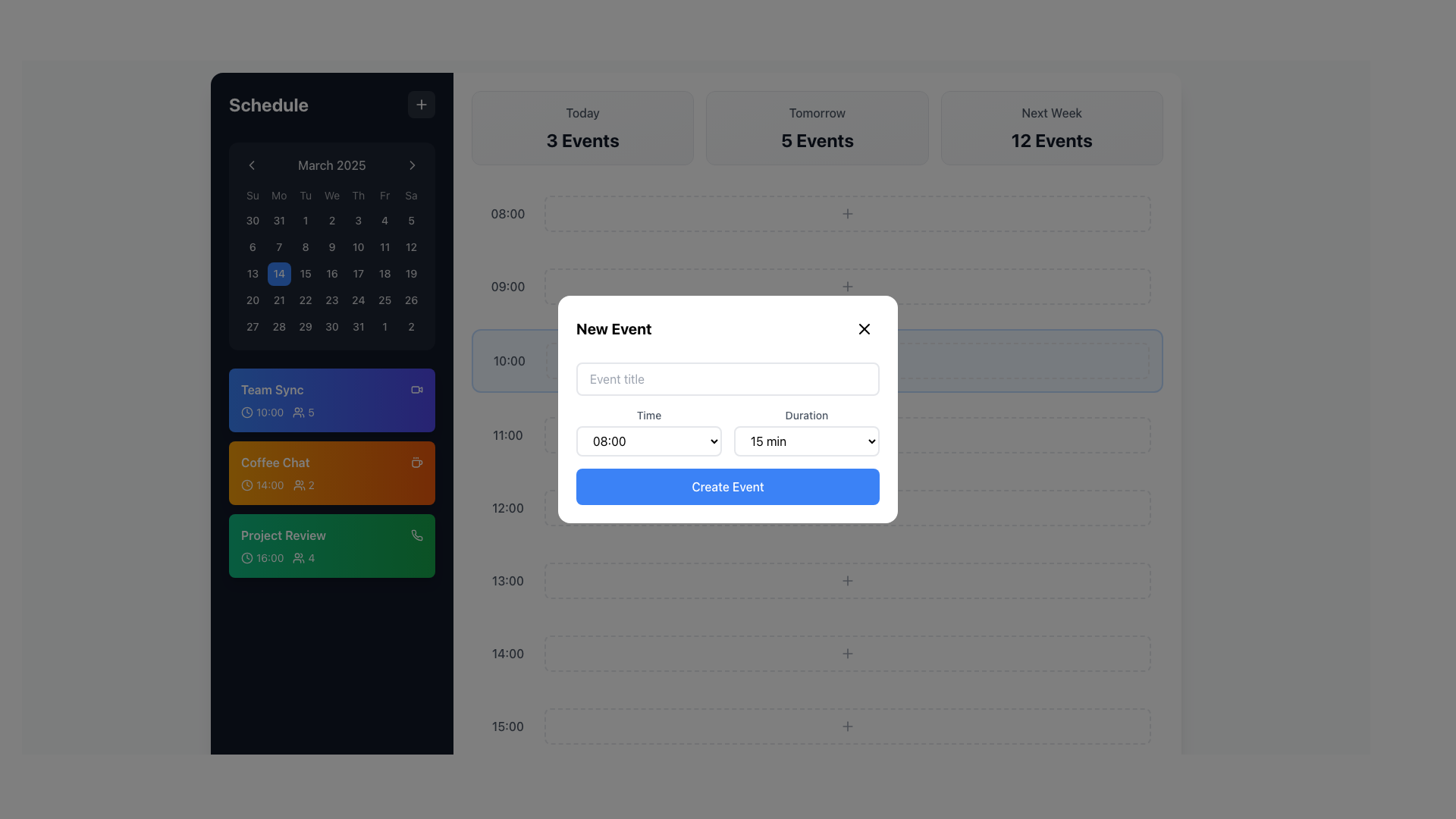 The height and width of the screenshot is (819, 1456). What do you see at coordinates (417, 534) in the screenshot?
I see `the phone icon located in the bottom-right corner of the 'Project Review' event block to initiate the call interface` at bounding box center [417, 534].